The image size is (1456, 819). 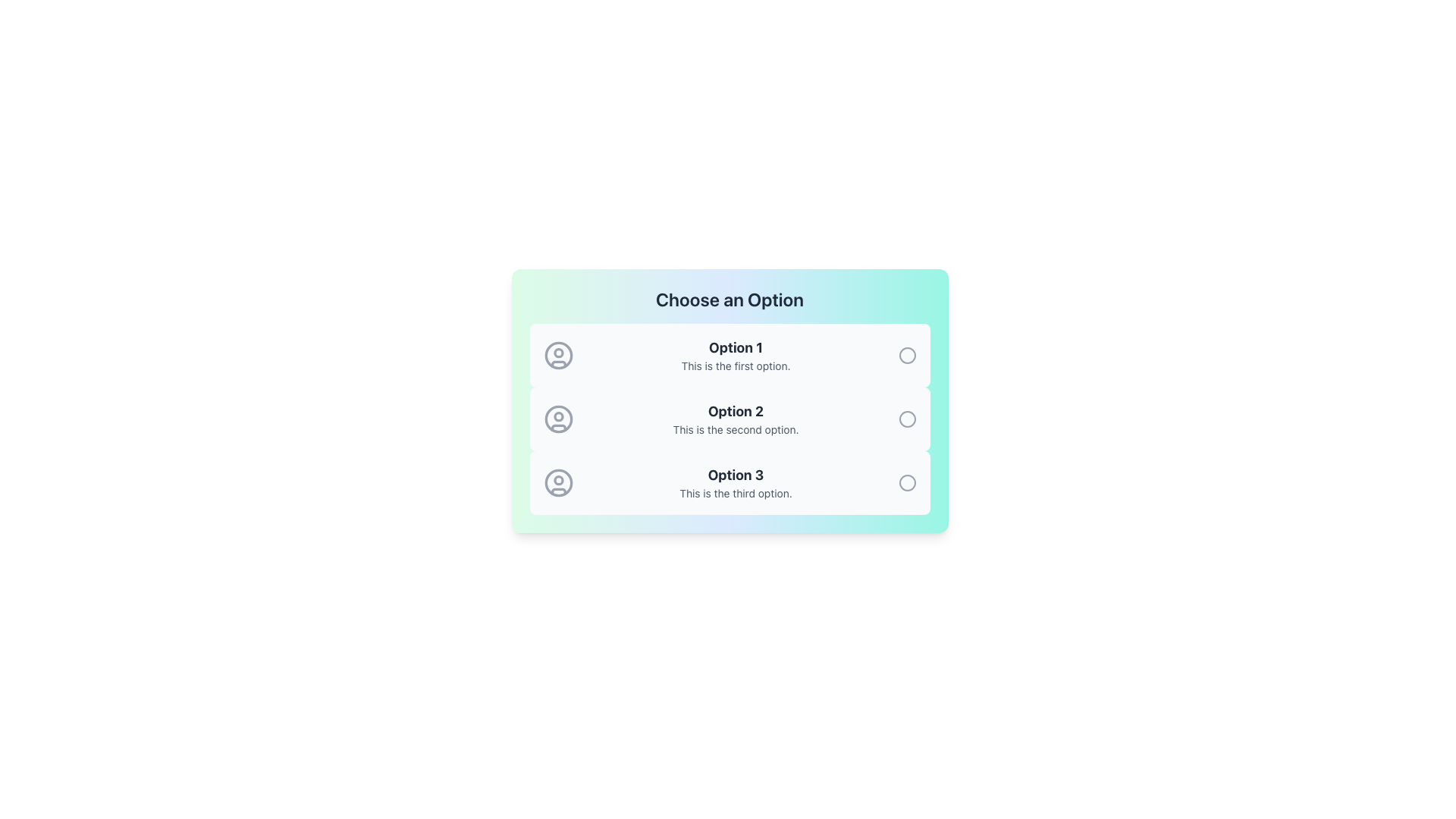 I want to click on the title text label of the first option in the vertical list, which is positioned above the description text and adjacent to the option icon, so click(x=736, y=348).